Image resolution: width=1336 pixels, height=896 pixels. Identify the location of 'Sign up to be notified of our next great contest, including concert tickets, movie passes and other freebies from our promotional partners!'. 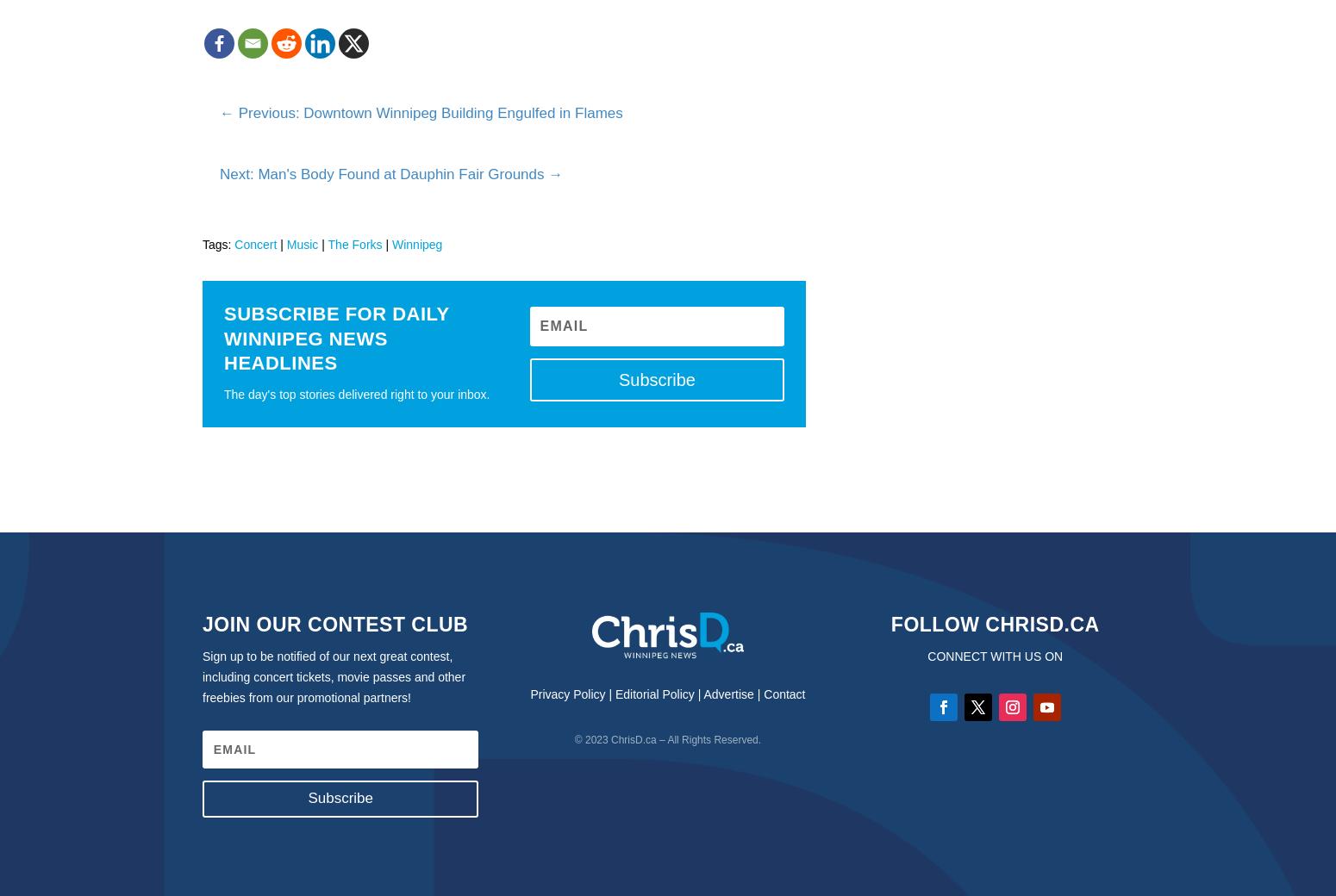
(333, 675).